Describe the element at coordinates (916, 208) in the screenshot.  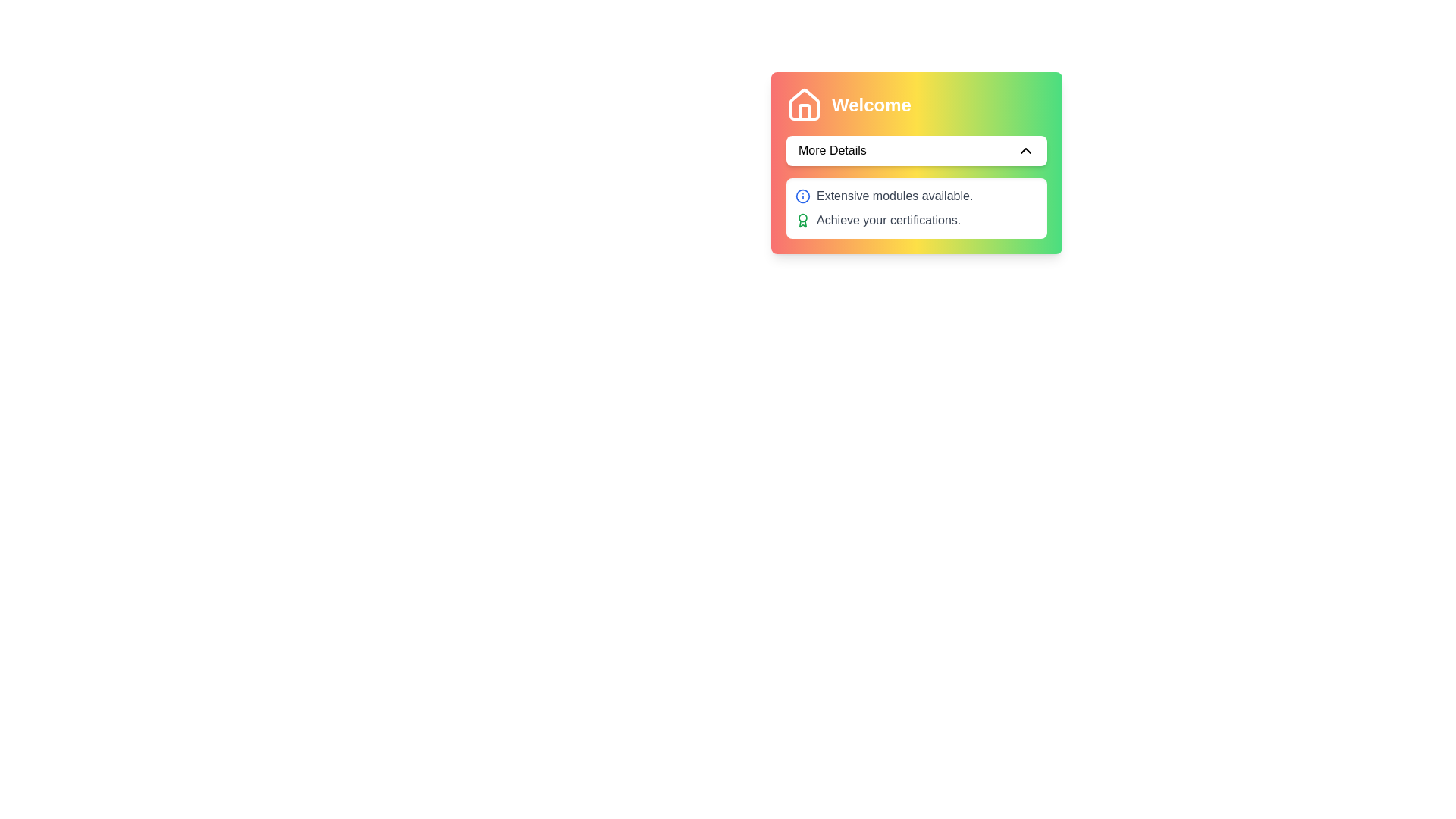
I see `the informational text block located within the 'Welcome' card, positioned below the text input field and containing insights about modules and certifications` at that location.